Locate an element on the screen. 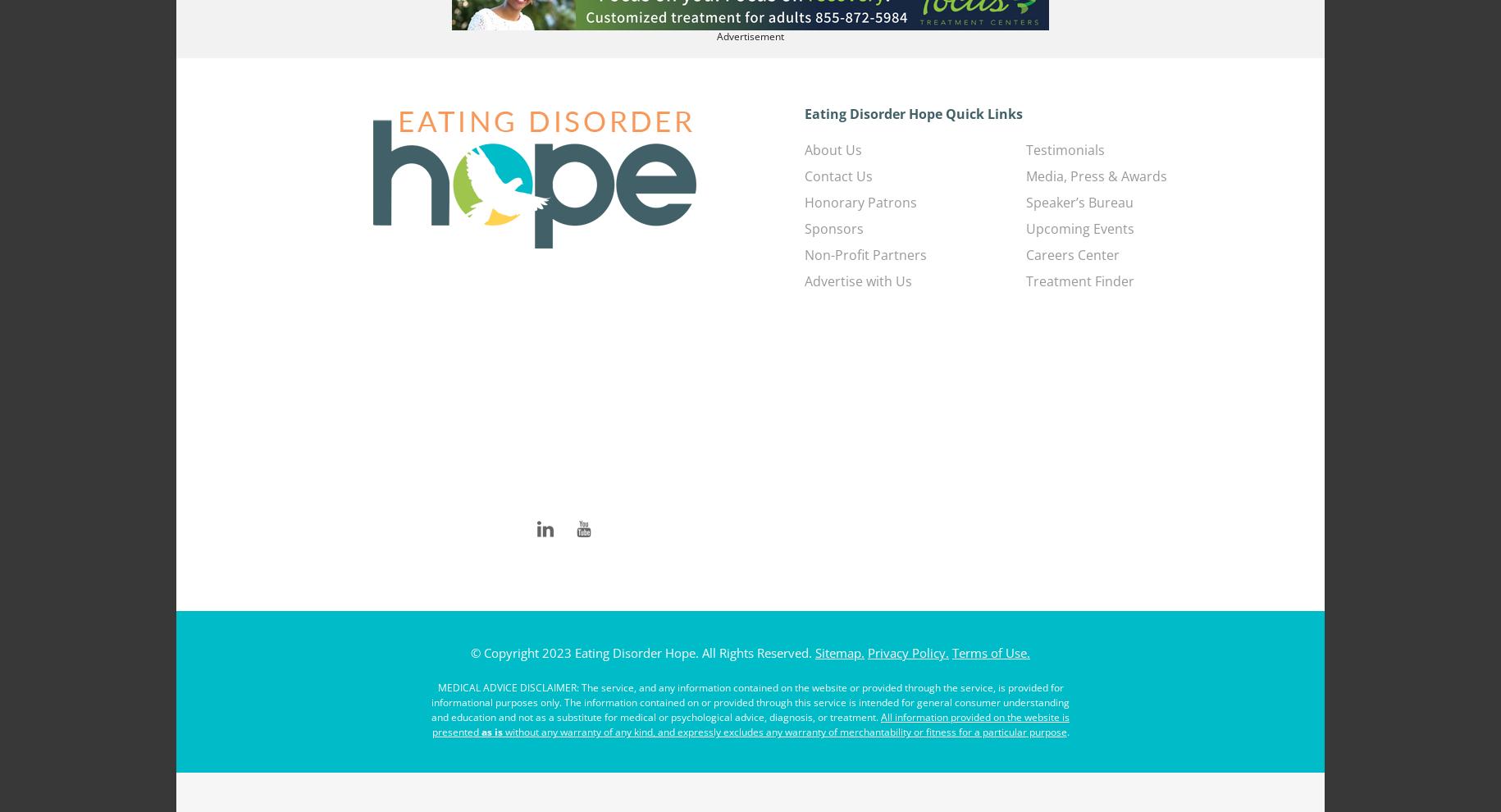 This screenshot has width=1501, height=812. 'Terms of Use.' is located at coordinates (991, 651).